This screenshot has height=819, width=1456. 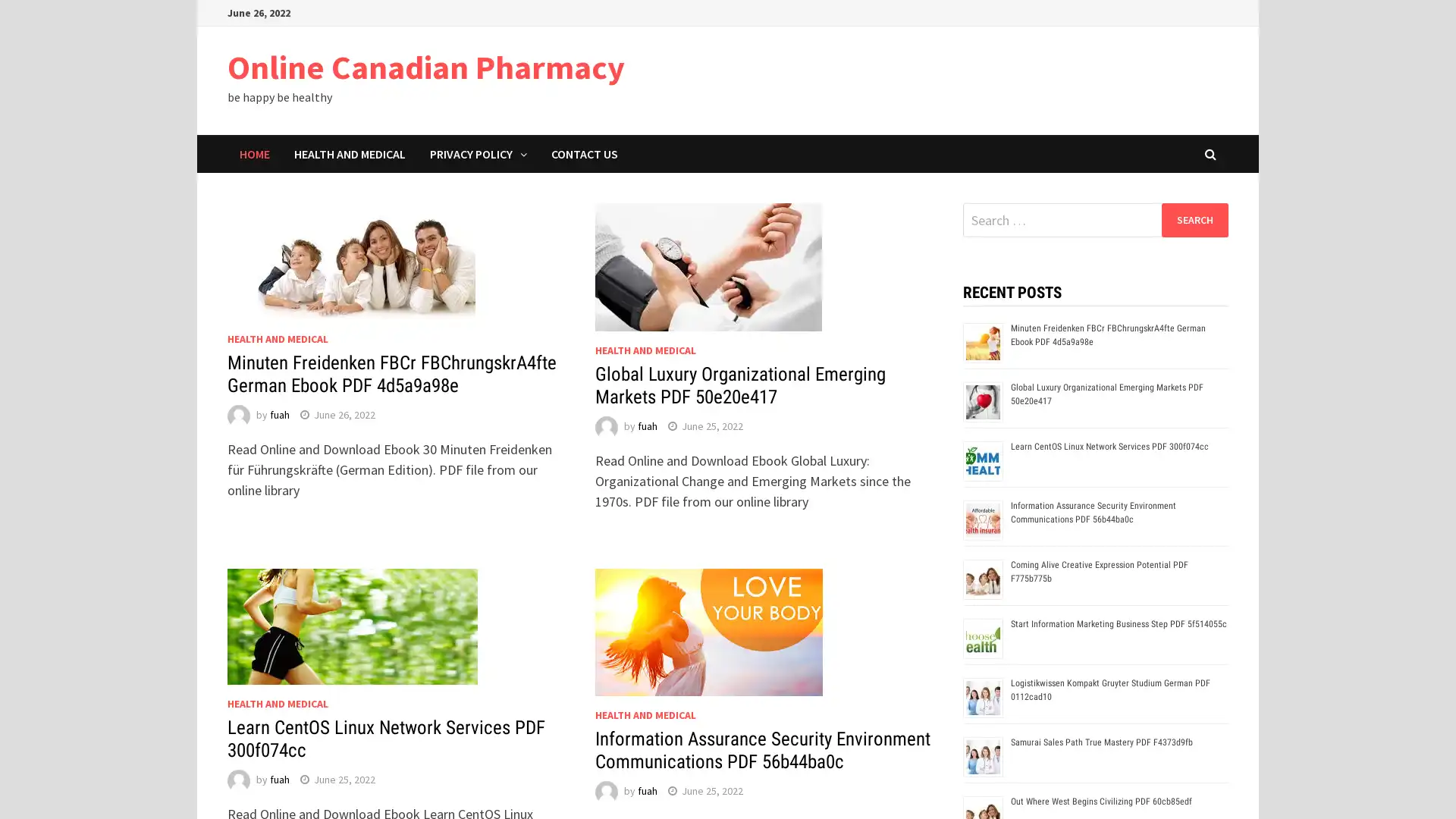 What do you see at coordinates (1194, 219) in the screenshot?
I see `Search` at bounding box center [1194, 219].